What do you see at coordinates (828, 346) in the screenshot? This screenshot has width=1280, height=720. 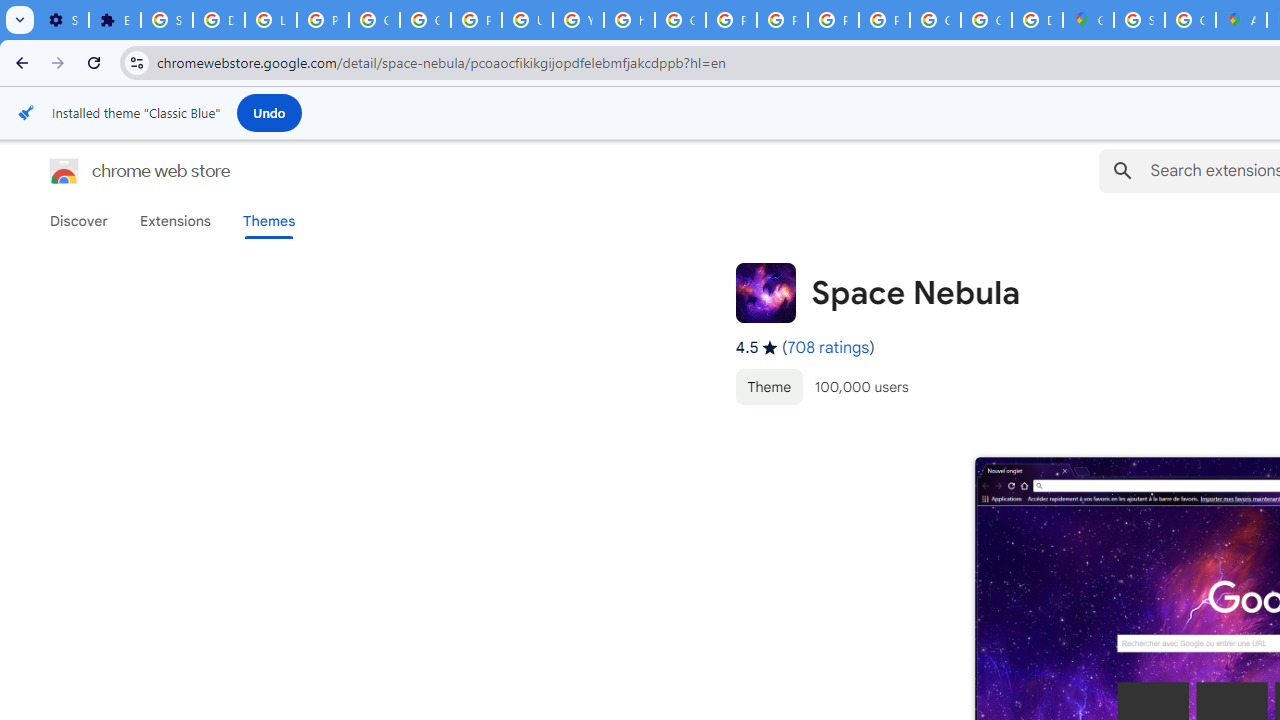 I see `'708 ratings'` at bounding box center [828, 346].